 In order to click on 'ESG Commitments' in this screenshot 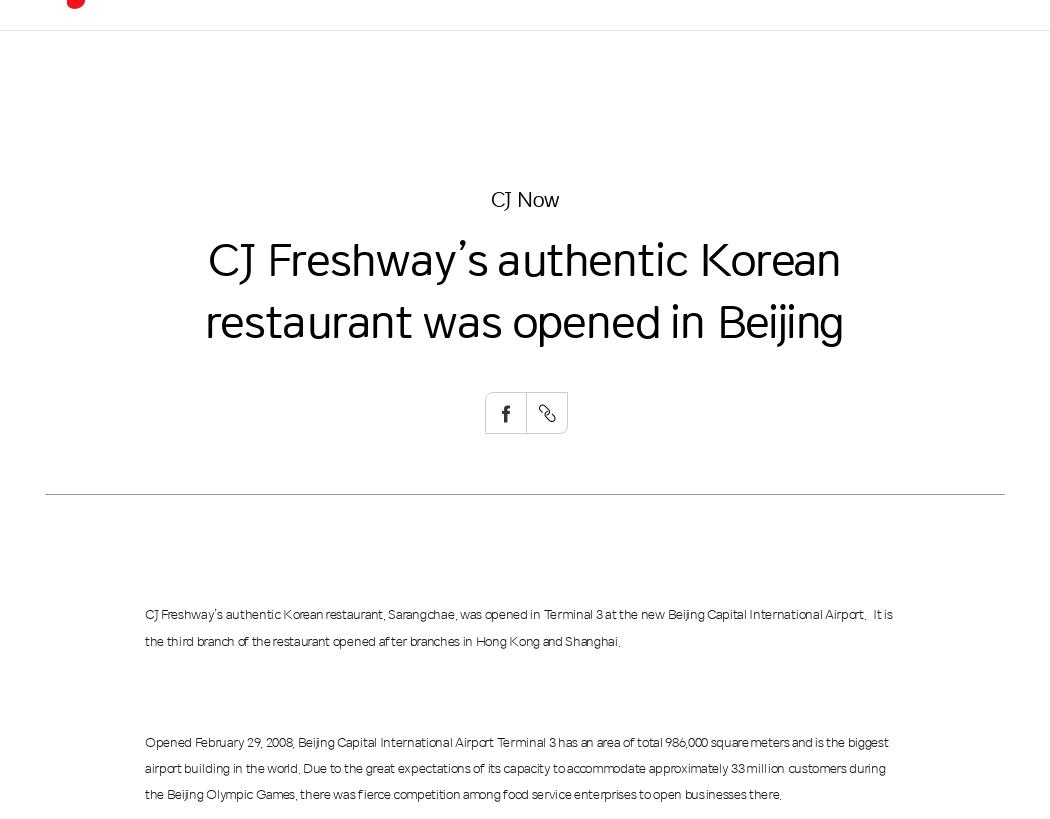, I will do `click(486, 118)`.